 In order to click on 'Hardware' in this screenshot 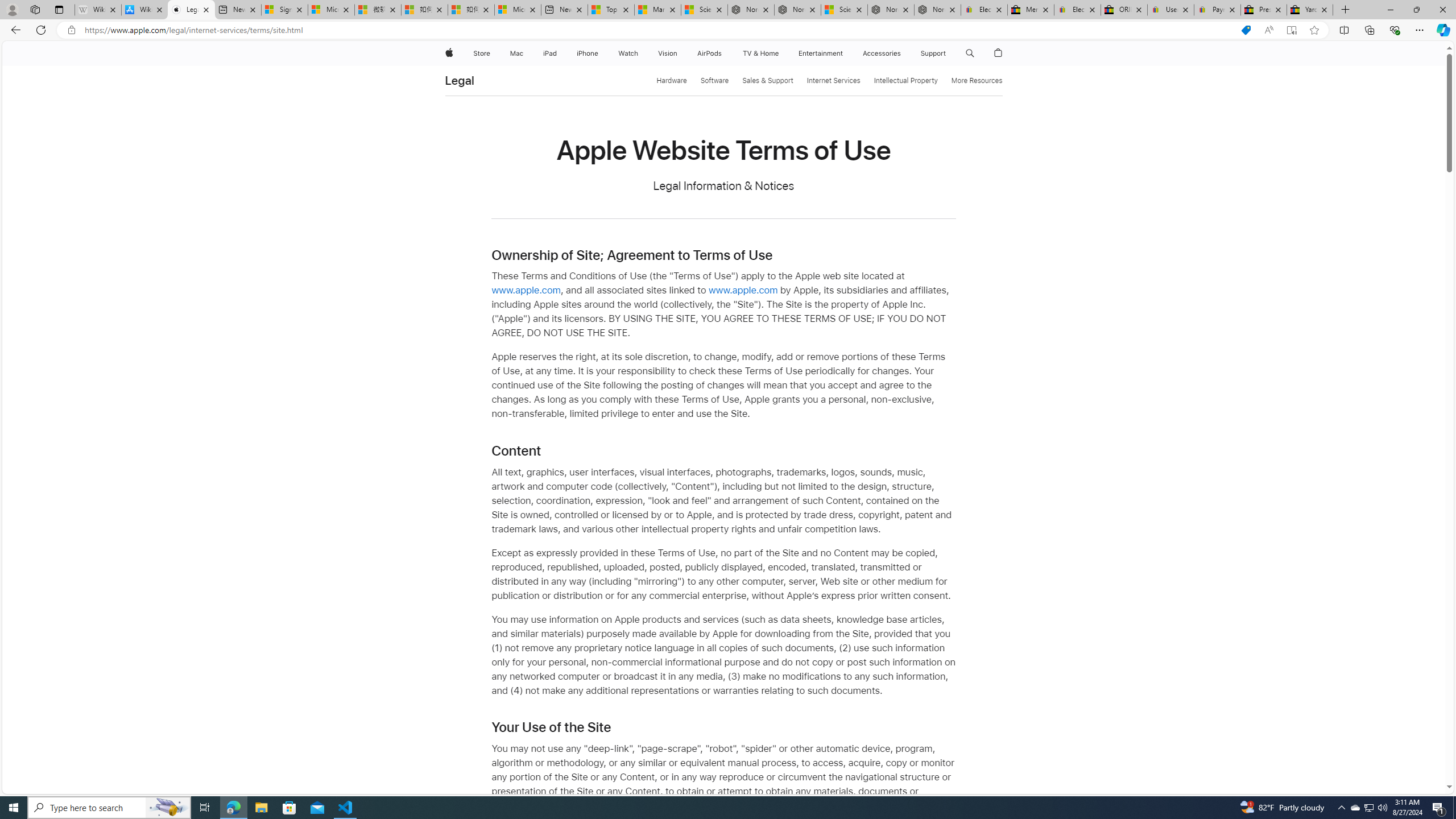, I will do `click(672, 80)`.